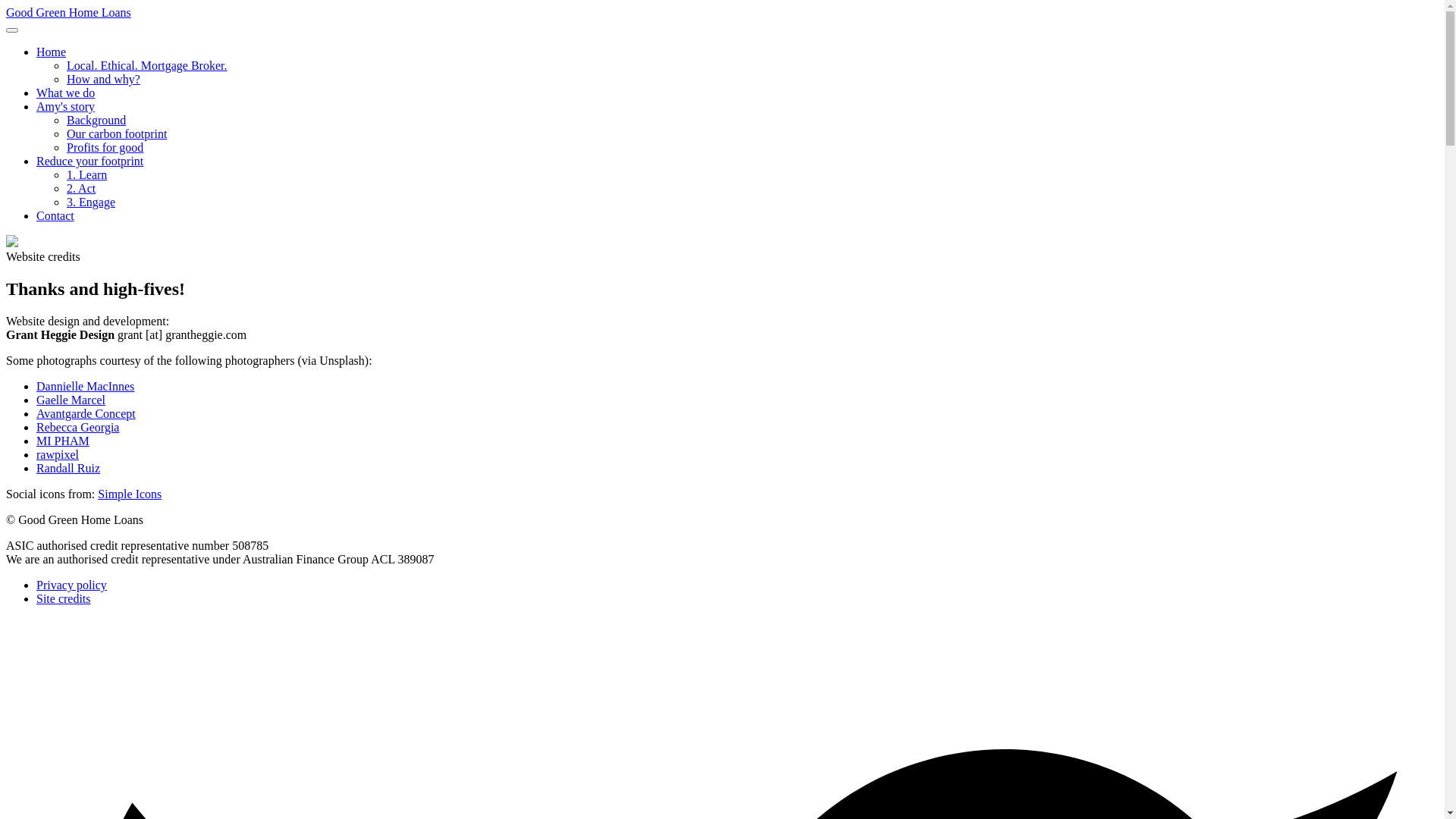  What do you see at coordinates (36, 441) in the screenshot?
I see `'MI PHAM'` at bounding box center [36, 441].